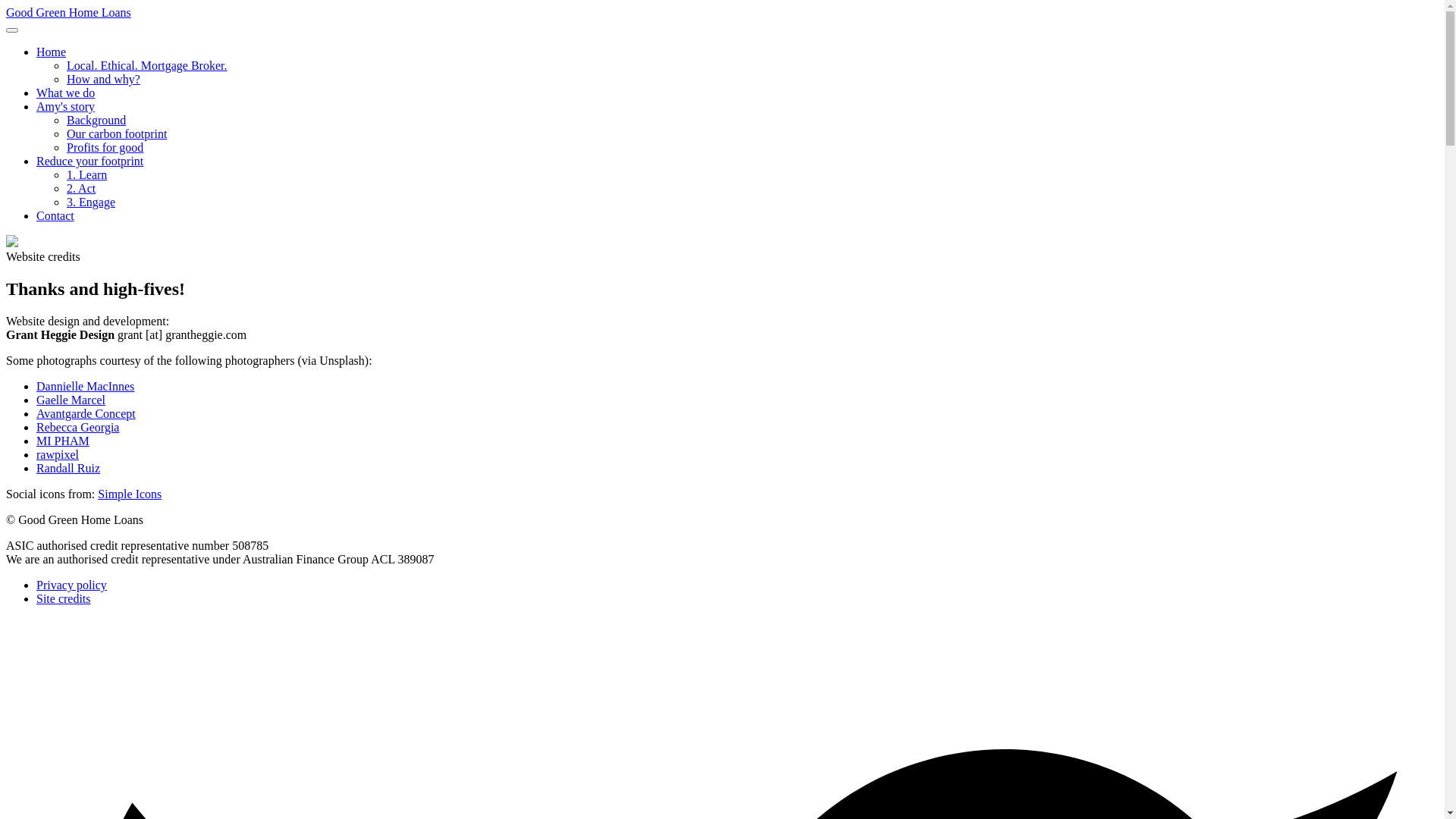  What do you see at coordinates (36, 441) in the screenshot?
I see `'MI PHAM'` at bounding box center [36, 441].